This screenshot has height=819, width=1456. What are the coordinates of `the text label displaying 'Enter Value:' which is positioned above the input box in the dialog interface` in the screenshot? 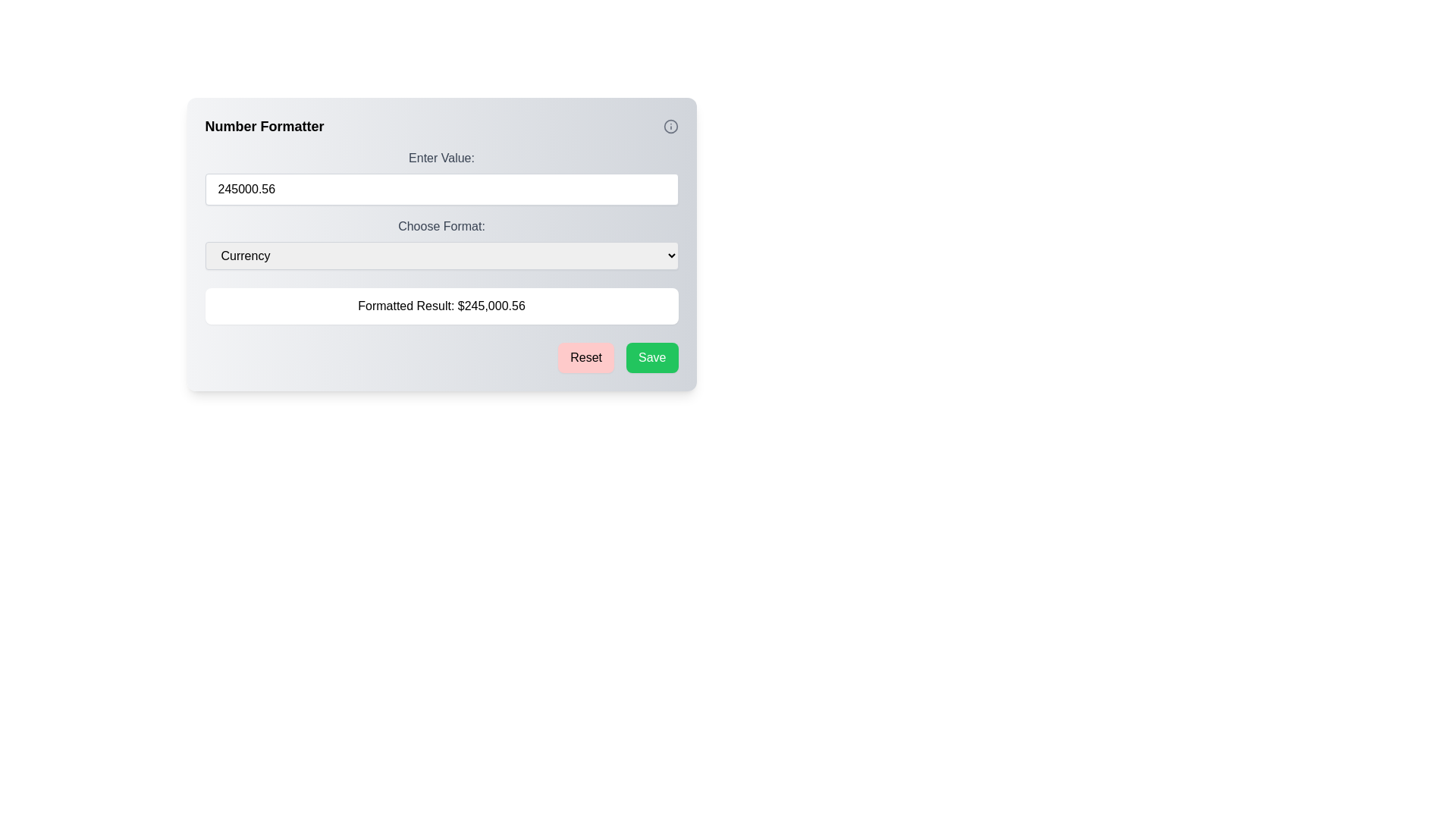 It's located at (441, 158).